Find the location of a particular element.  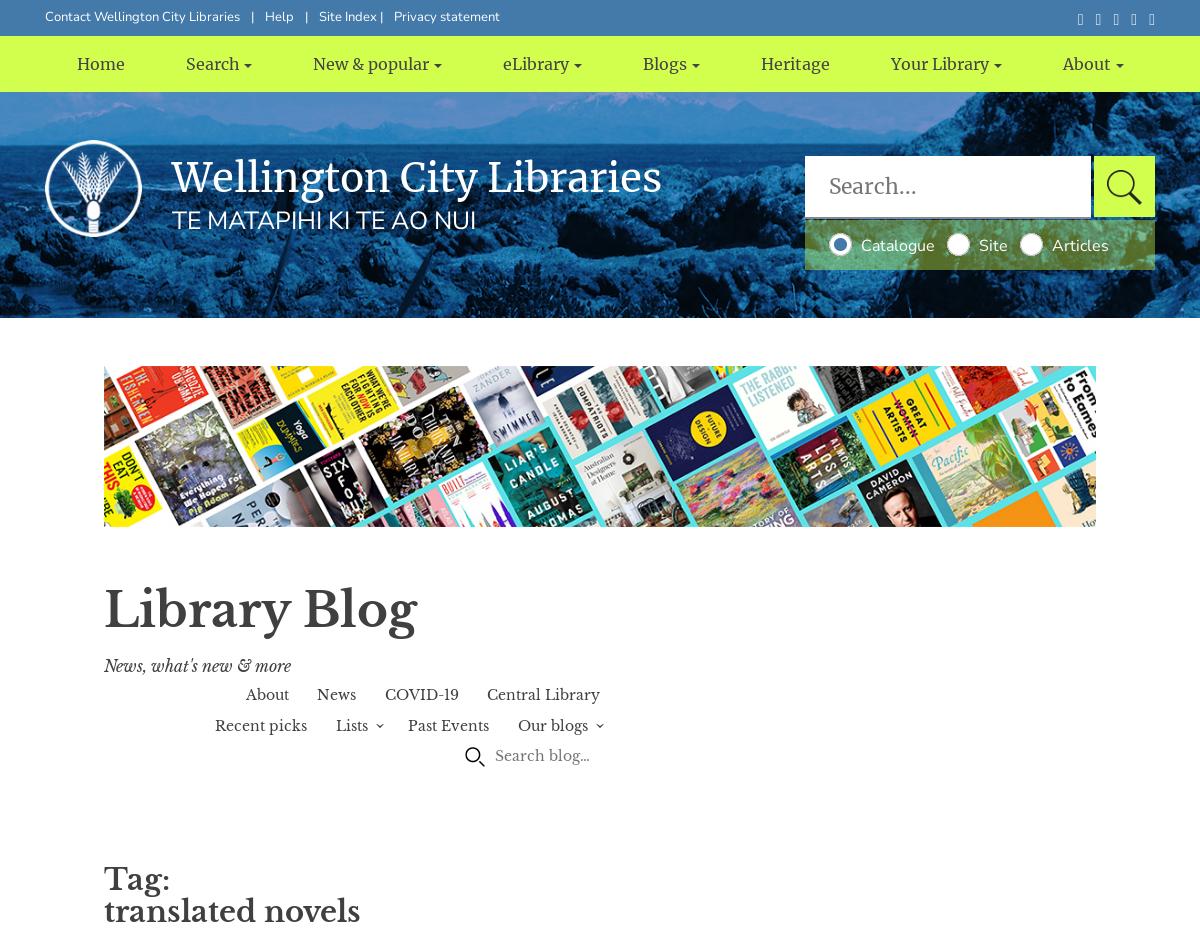

'COVID-19' is located at coordinates (420, 694).